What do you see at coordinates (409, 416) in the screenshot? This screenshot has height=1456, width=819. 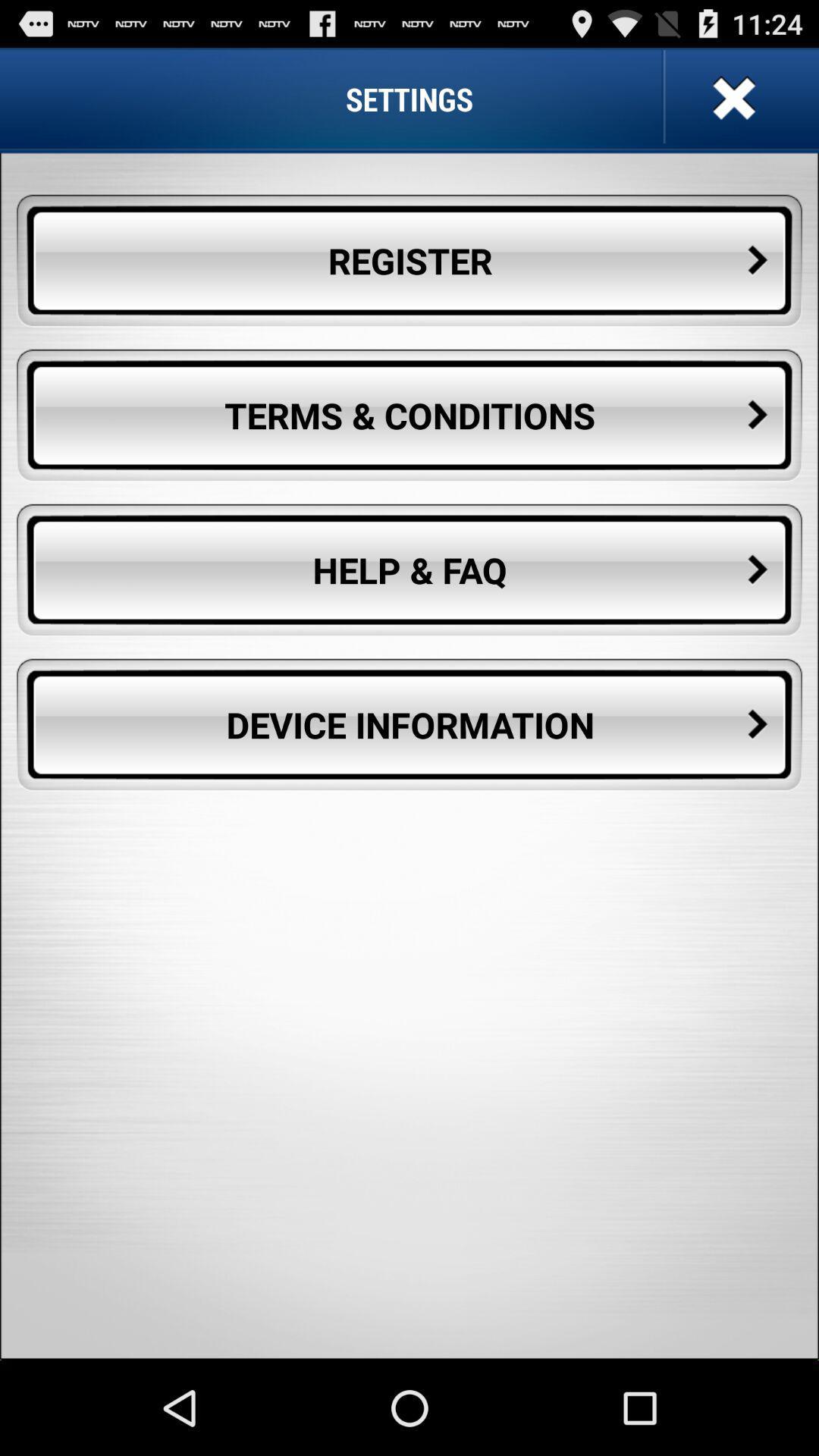 I see `item below the register icon` at bounding box center [409, 416].